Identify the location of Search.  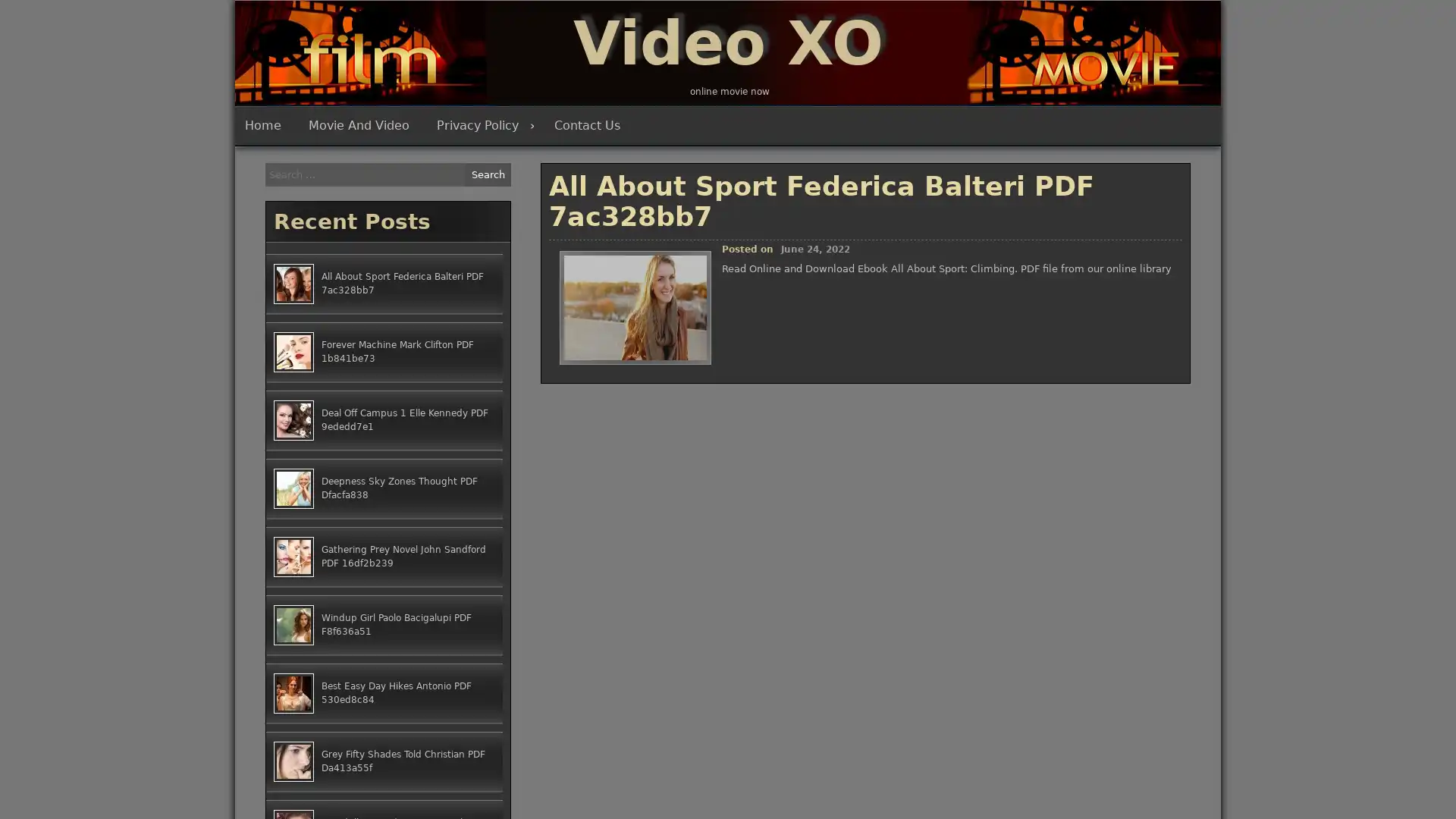
(488, 174).